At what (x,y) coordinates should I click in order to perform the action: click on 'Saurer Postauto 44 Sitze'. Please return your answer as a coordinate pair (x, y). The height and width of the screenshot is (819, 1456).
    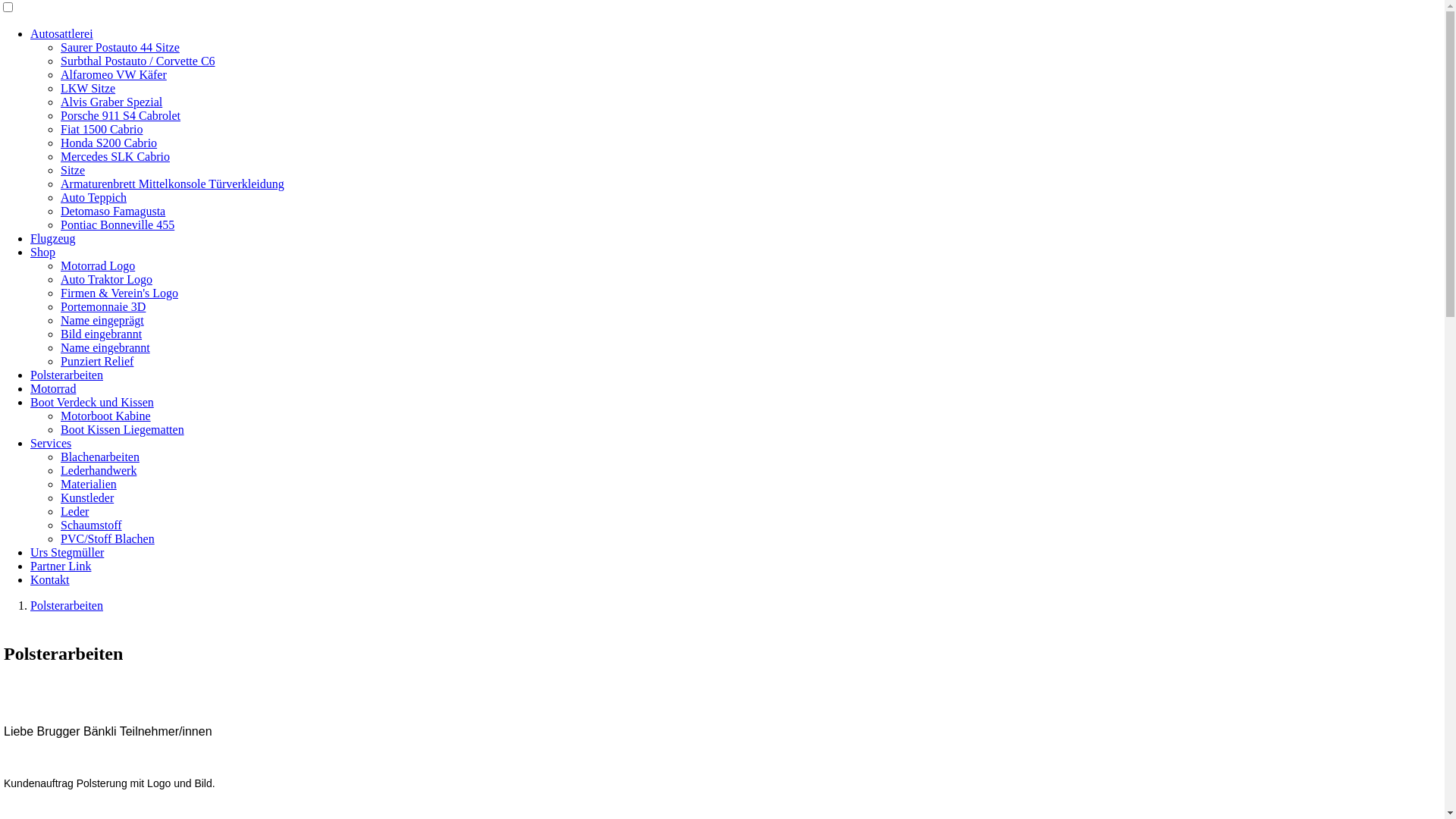
    Looking at the image, I should click on (61, 46).